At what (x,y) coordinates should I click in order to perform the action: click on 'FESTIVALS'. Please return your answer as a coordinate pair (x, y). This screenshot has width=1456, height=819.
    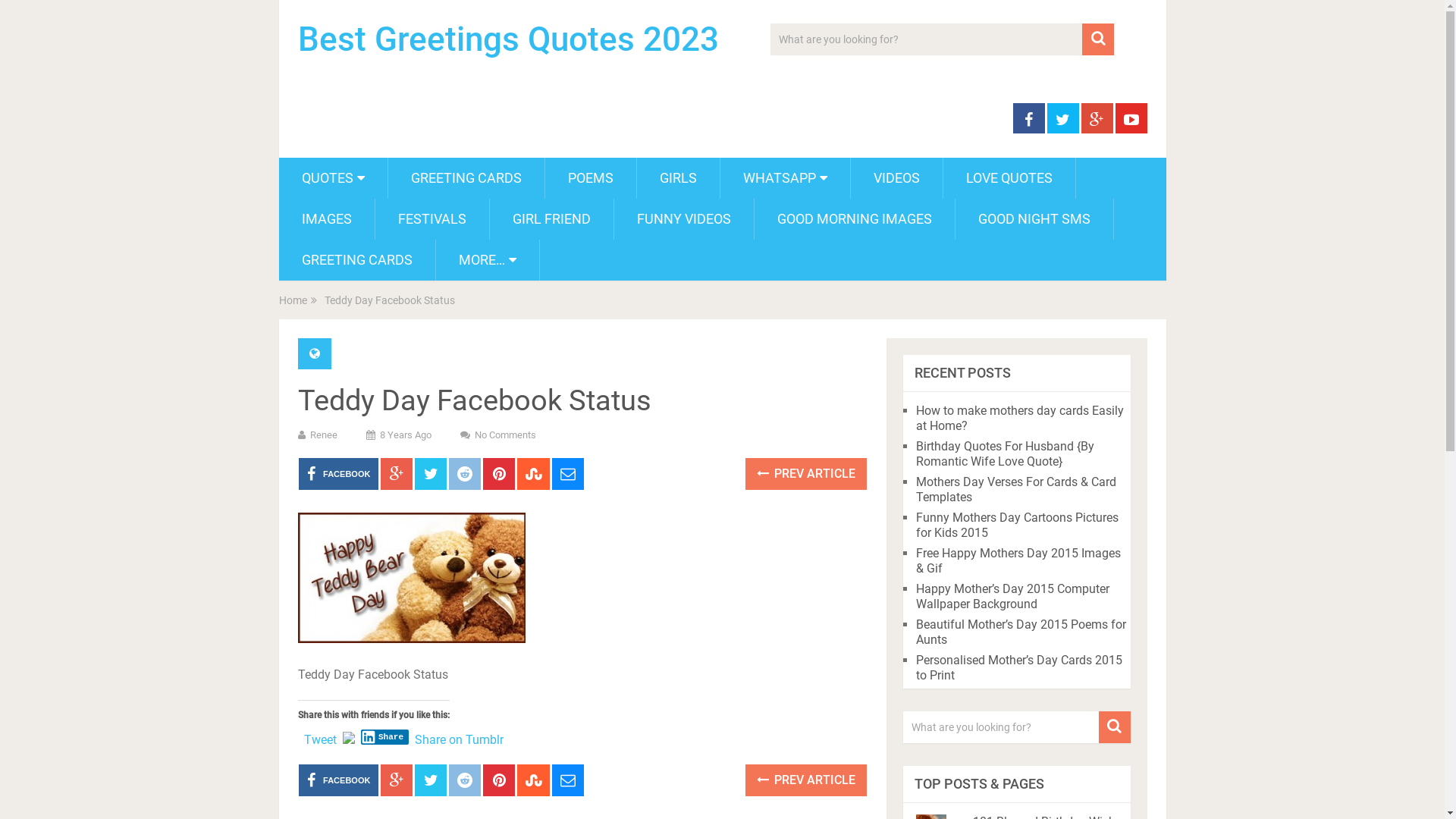
    Looking at the image, I should click on (431, 219).